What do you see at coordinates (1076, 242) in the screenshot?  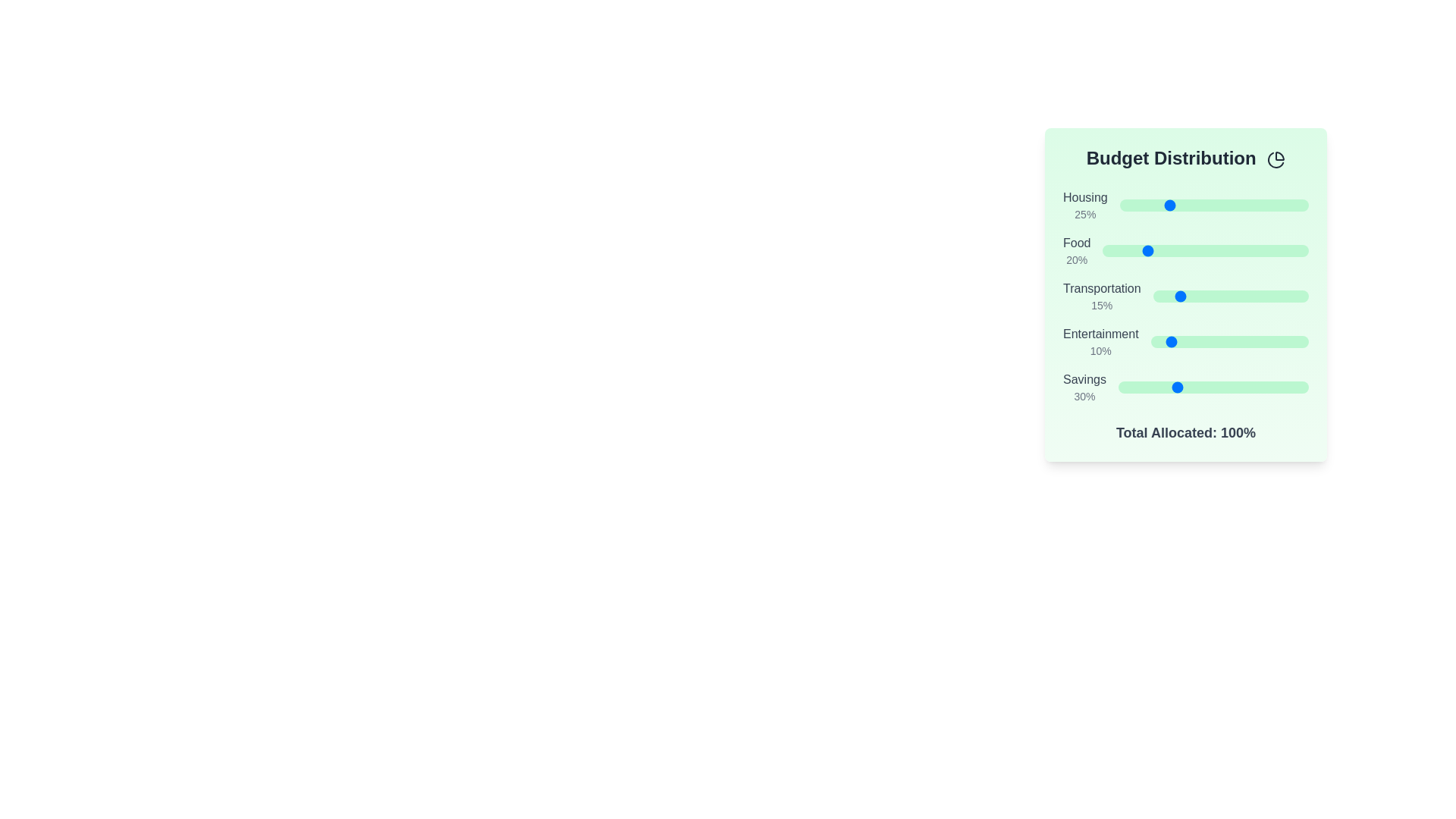 I see `the category name Food to highlight it` at bounding box center [1076, 242].